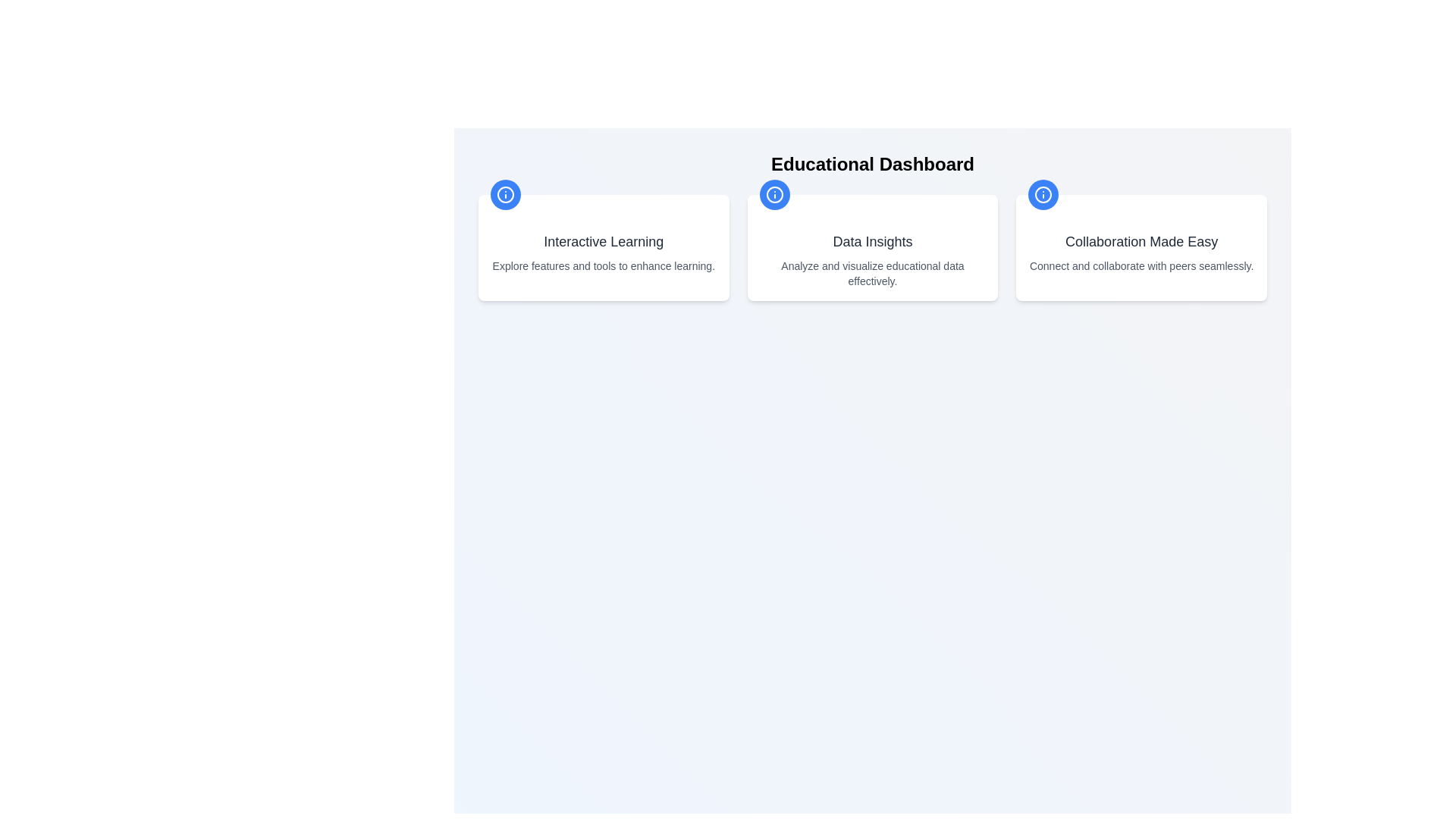  What do you see at coordinates (873, 164) in the screenshot?
I see `bold title 'Educational Dashboard' located at the top of the central content area, which is styled prominently against a gradient background` at bounding box center [873, 164].